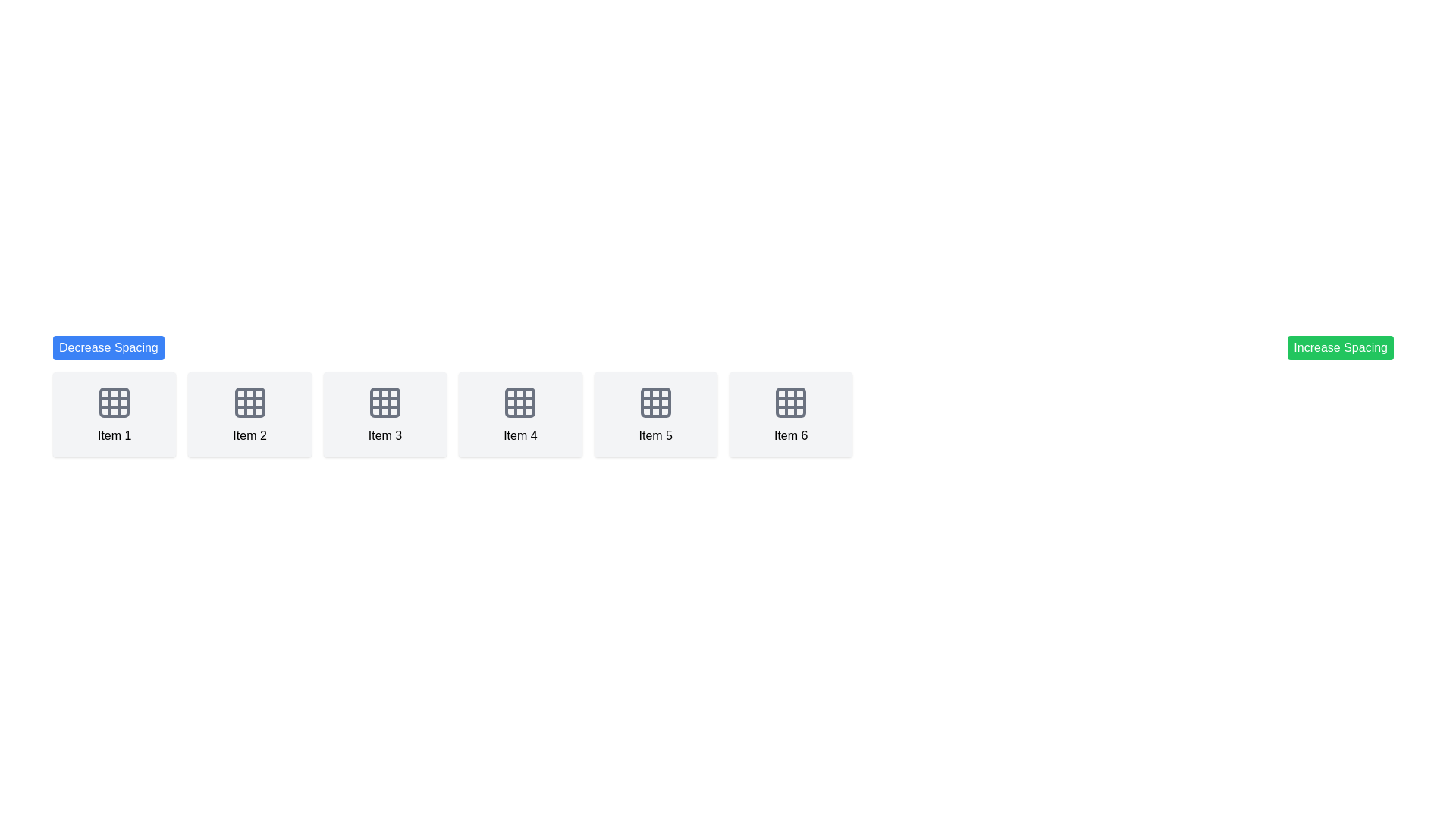  I want to click on the SVG Icon representing a grid layout, which is visually central within the 'Item 6' box, so click(790, 402).